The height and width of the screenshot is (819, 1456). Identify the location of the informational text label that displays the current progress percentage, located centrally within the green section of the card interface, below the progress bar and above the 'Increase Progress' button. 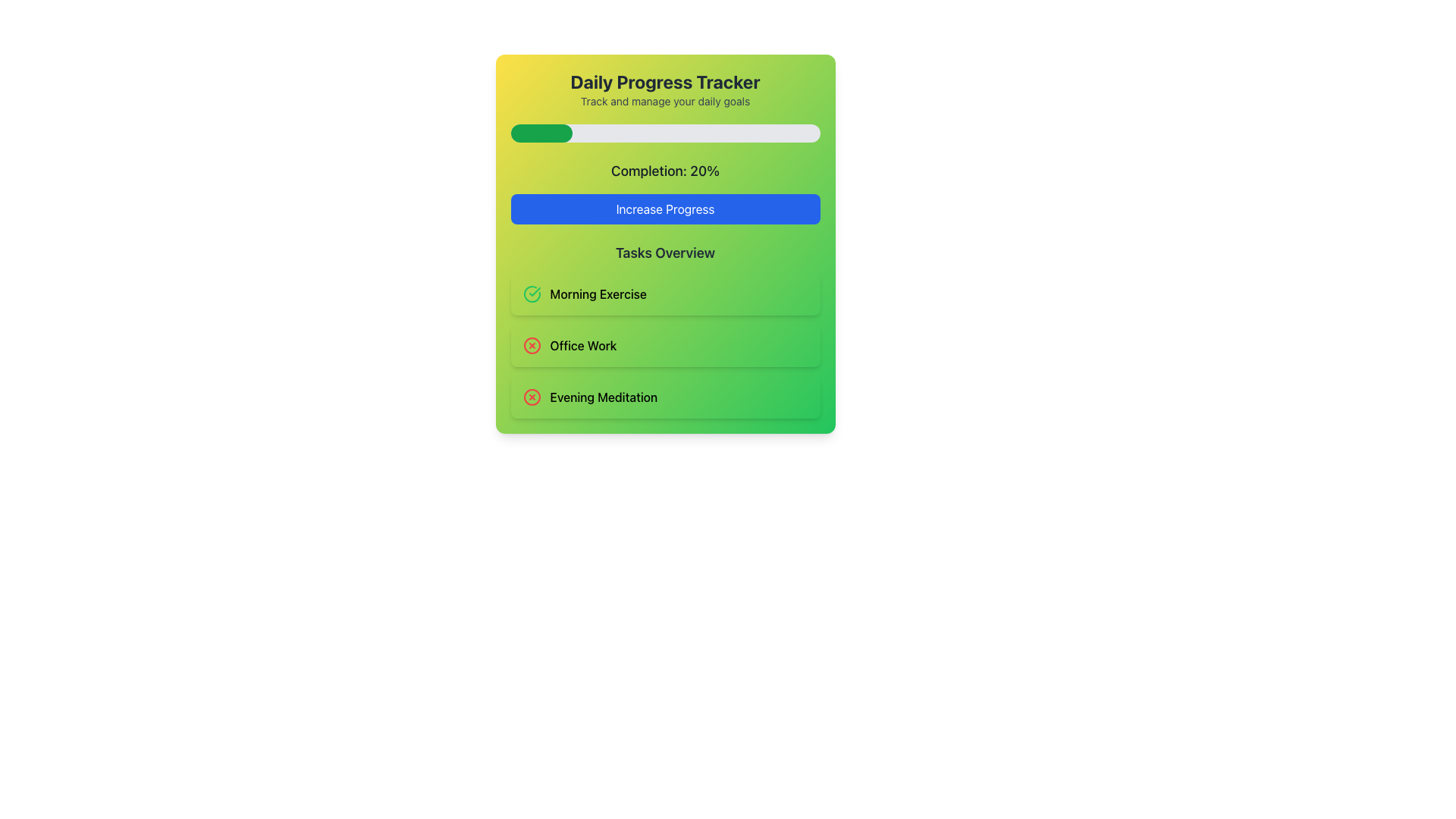
(665, 171).